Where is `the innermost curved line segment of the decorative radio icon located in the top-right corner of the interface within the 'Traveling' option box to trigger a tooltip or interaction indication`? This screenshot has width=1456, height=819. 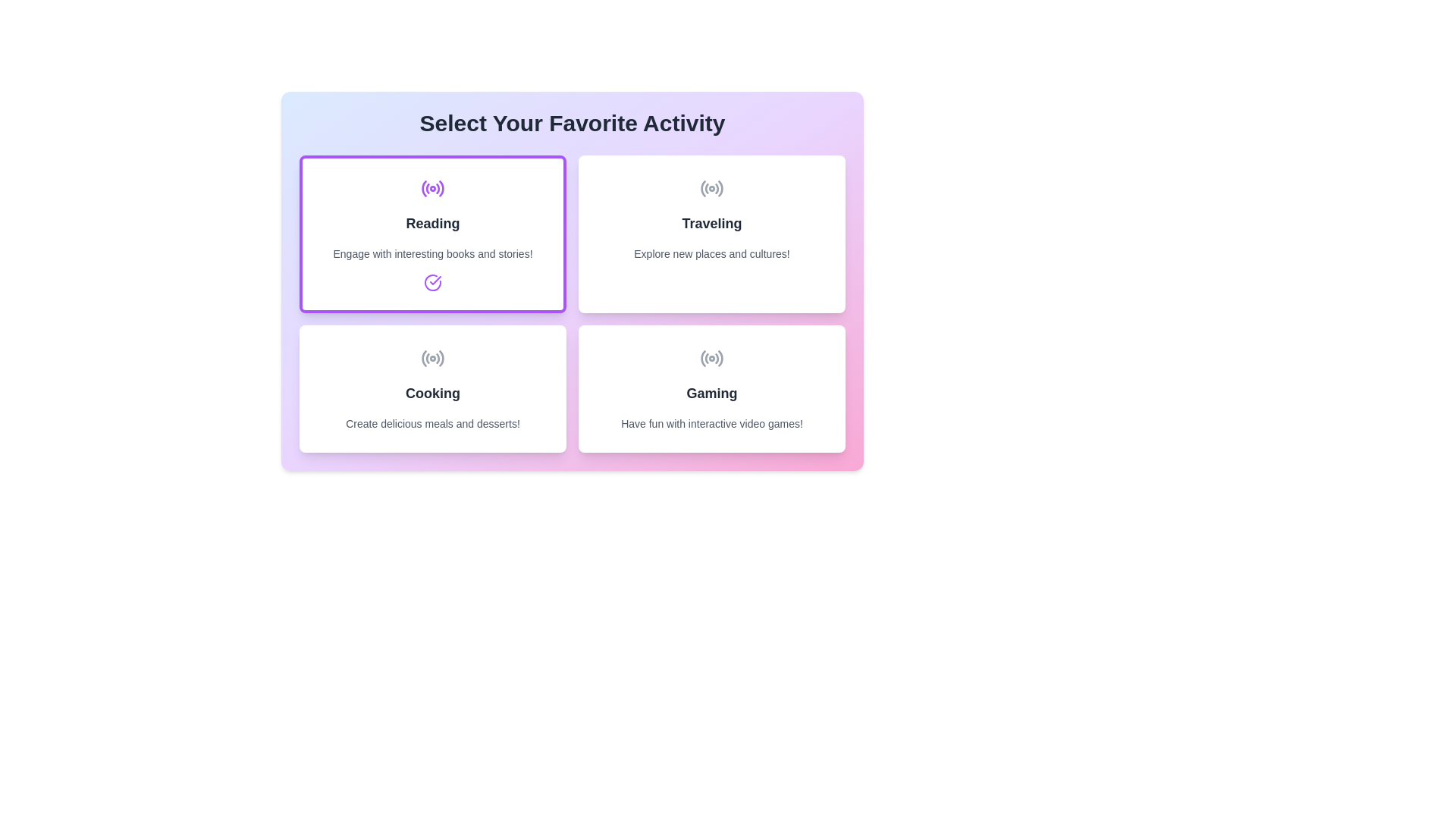 the innermost curved line segment of the decorative radio icon located in the top-right corner of the interface within the 'Traveling' option box to trigger a tooltip or interaction indication is located at coordinates (702, 188).